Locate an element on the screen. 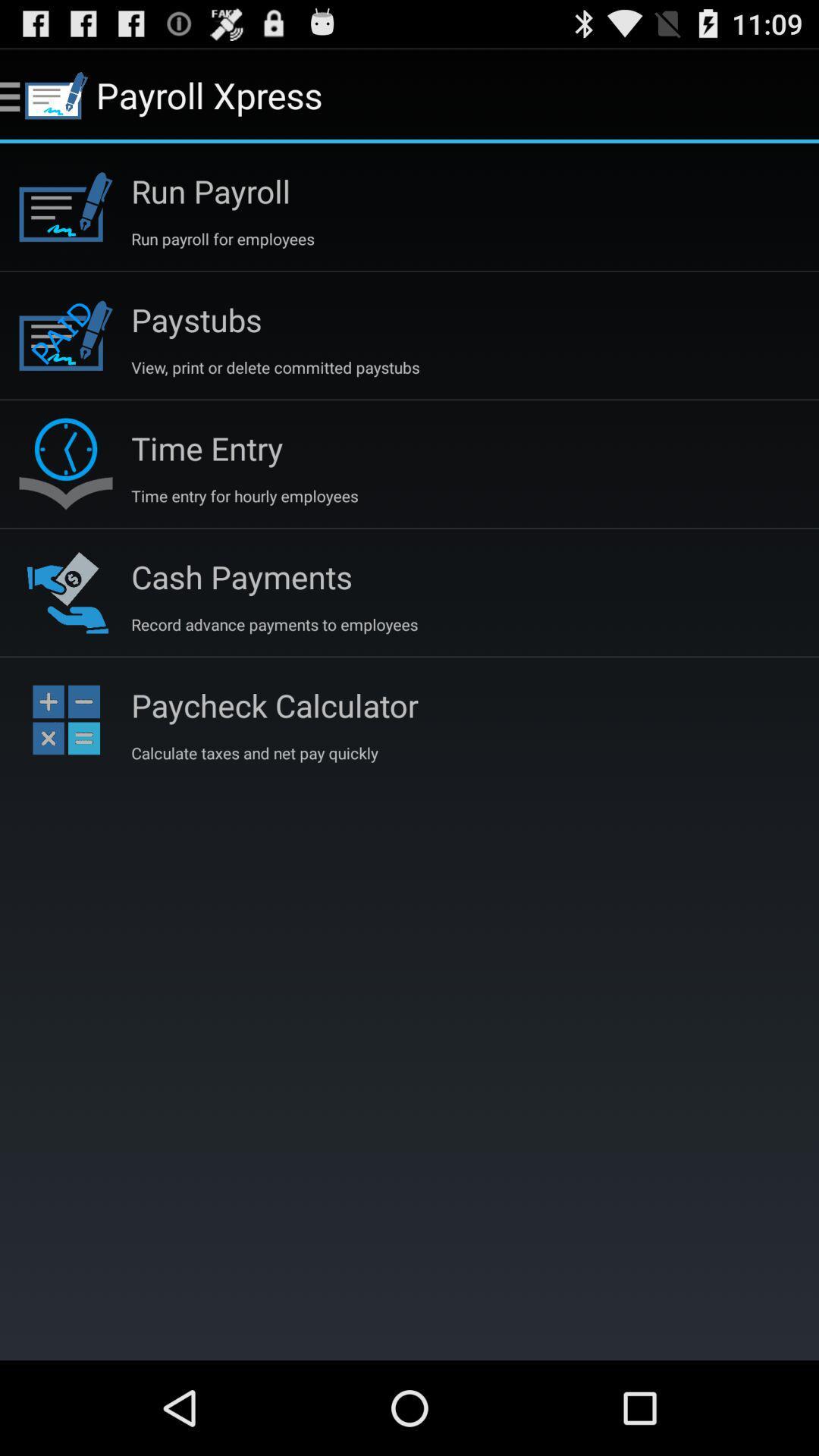 The height and width of the screenshot is (1456, 819). the view print or icon is located at coordinates (275, 367).